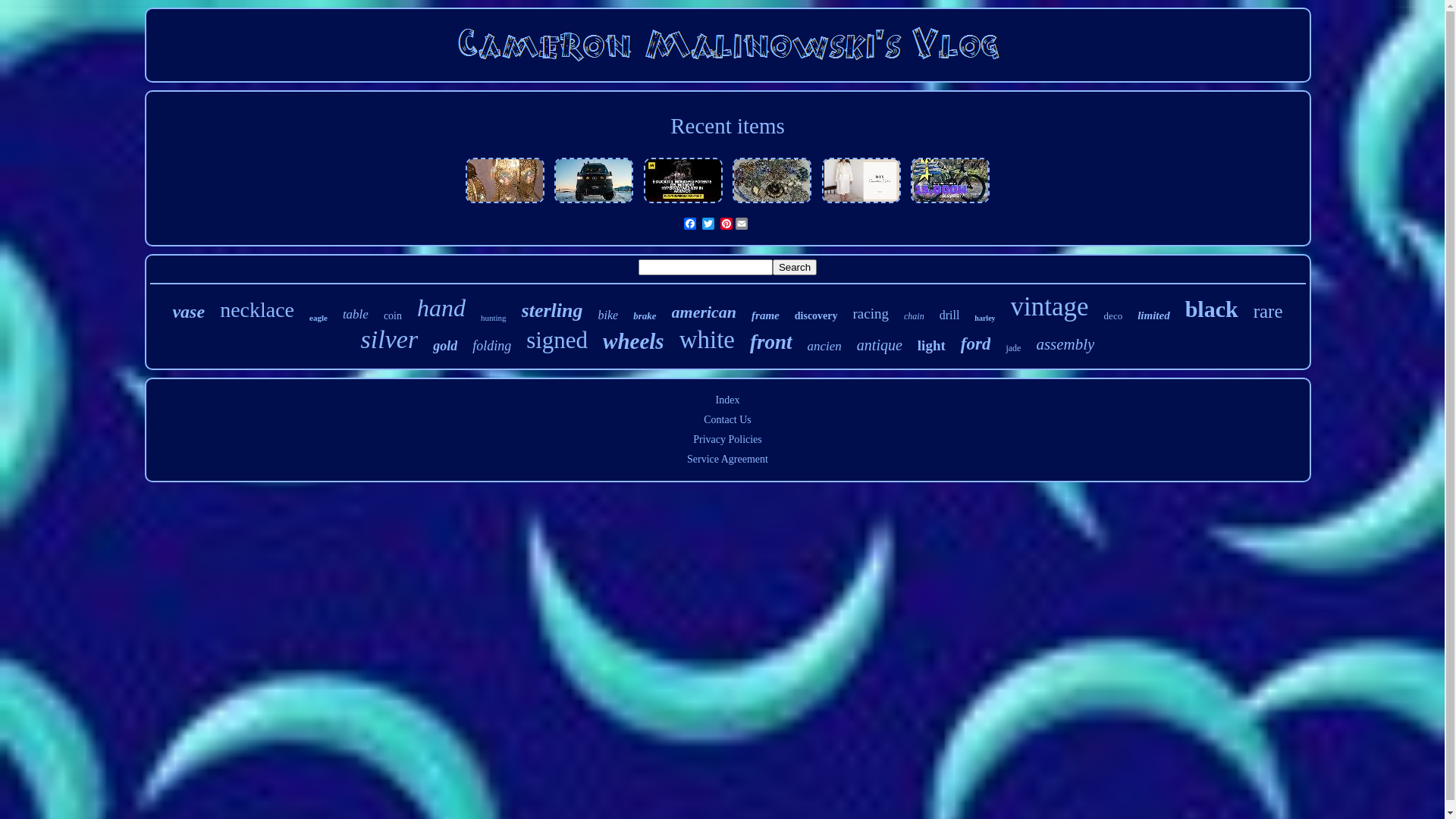 The width and height of the screenshot is (1456, 819). Describe the element at coordinates (440, 307) in the screenshot. I see `'hand'` at that location.